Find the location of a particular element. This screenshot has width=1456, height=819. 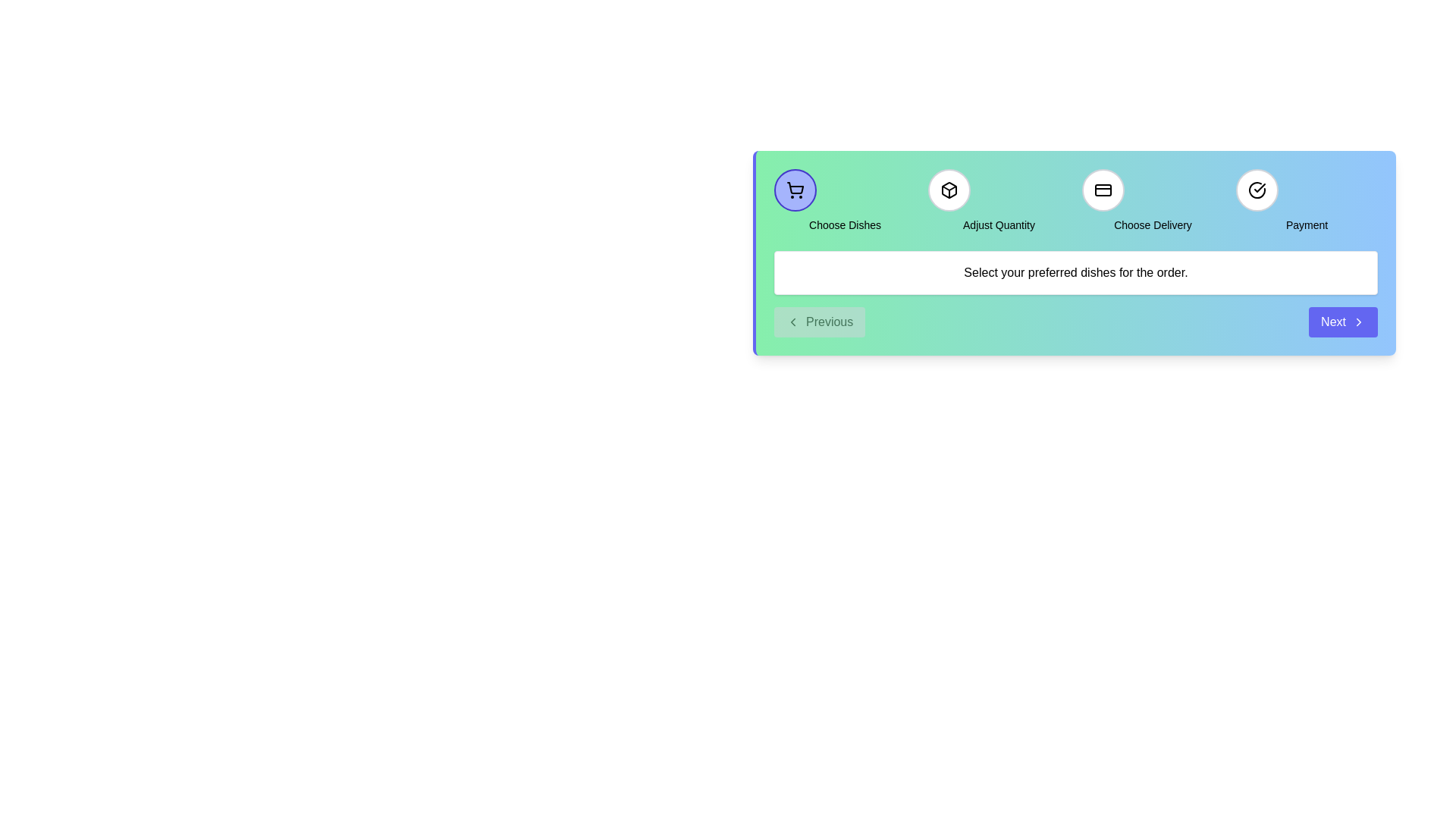

the second circular button with a box icon in the 'Adjust Quantity' section is located at coordinates (949, 189).